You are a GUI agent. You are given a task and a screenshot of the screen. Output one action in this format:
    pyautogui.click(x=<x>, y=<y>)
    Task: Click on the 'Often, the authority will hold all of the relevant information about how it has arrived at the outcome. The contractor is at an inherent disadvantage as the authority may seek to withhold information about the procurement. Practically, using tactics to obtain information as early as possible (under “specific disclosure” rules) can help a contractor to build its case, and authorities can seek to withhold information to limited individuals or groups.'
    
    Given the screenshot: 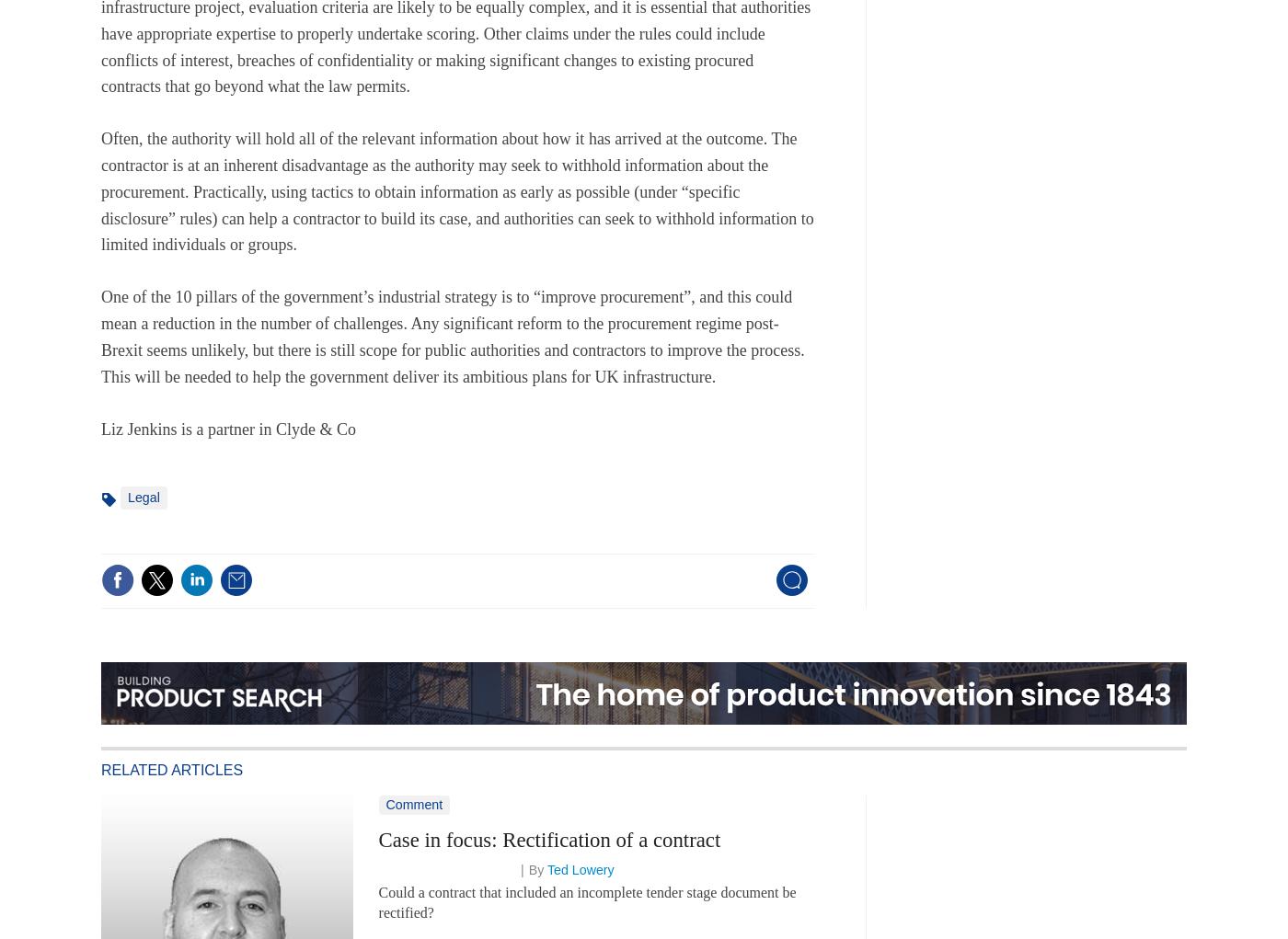 What is the action you would take?
    pyautogui.click(x=457, y=191)
    